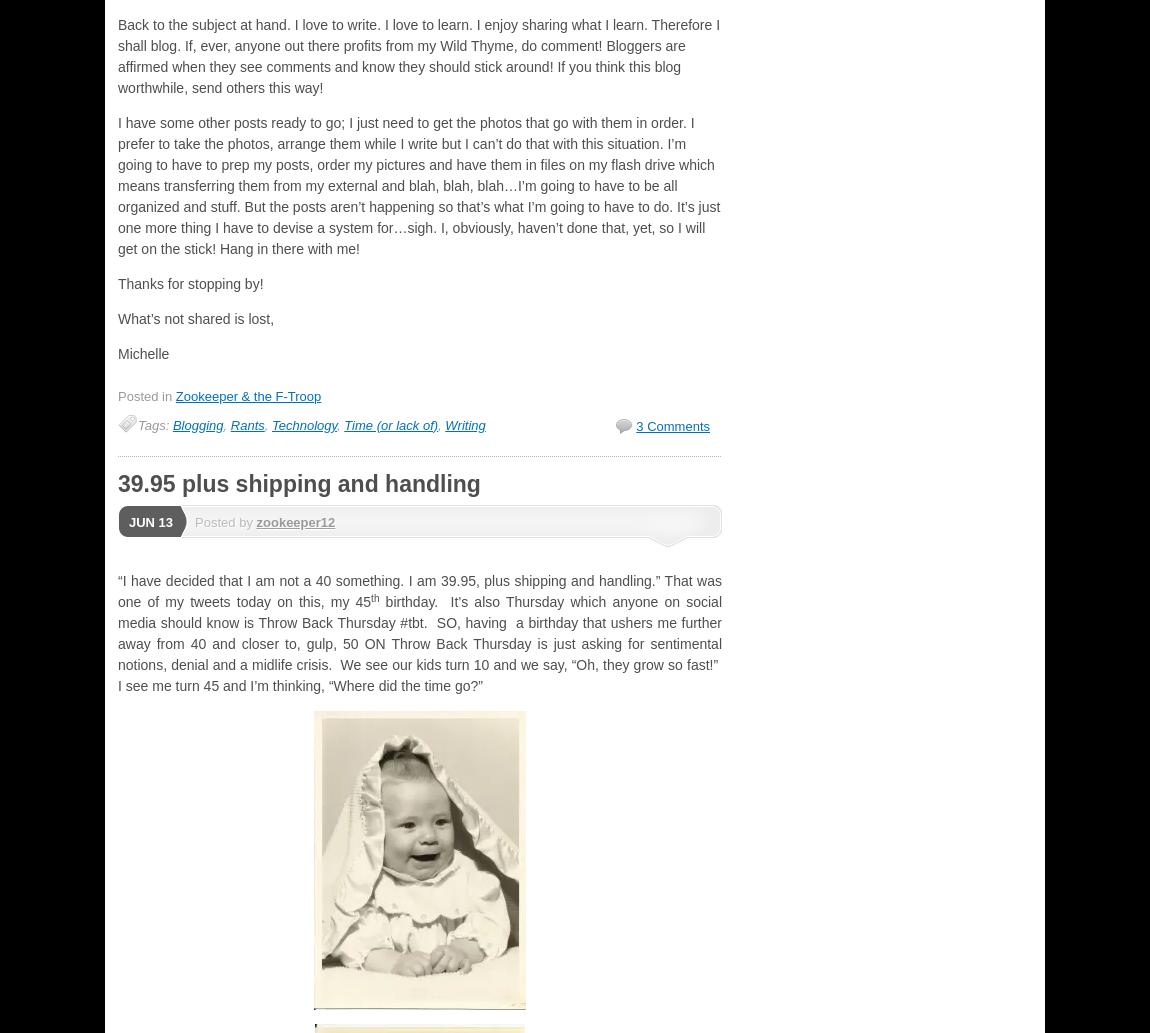  What do you see at coordinates (154, 424) in the screenshot?
I see `'Tags:'` at bounding box center [154, 424].